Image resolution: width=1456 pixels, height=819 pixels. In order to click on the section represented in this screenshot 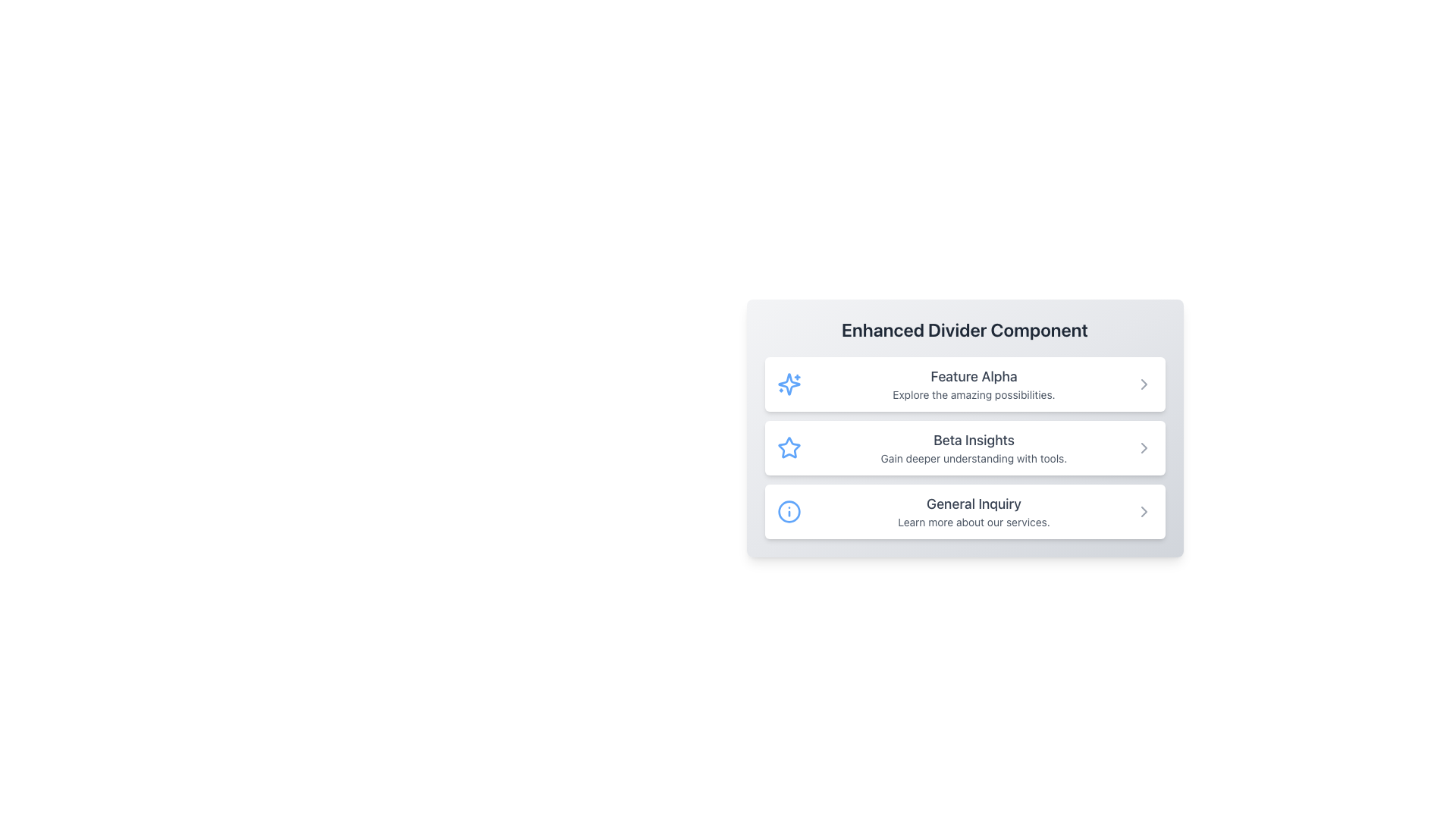, I will do `click(789, 383)`.